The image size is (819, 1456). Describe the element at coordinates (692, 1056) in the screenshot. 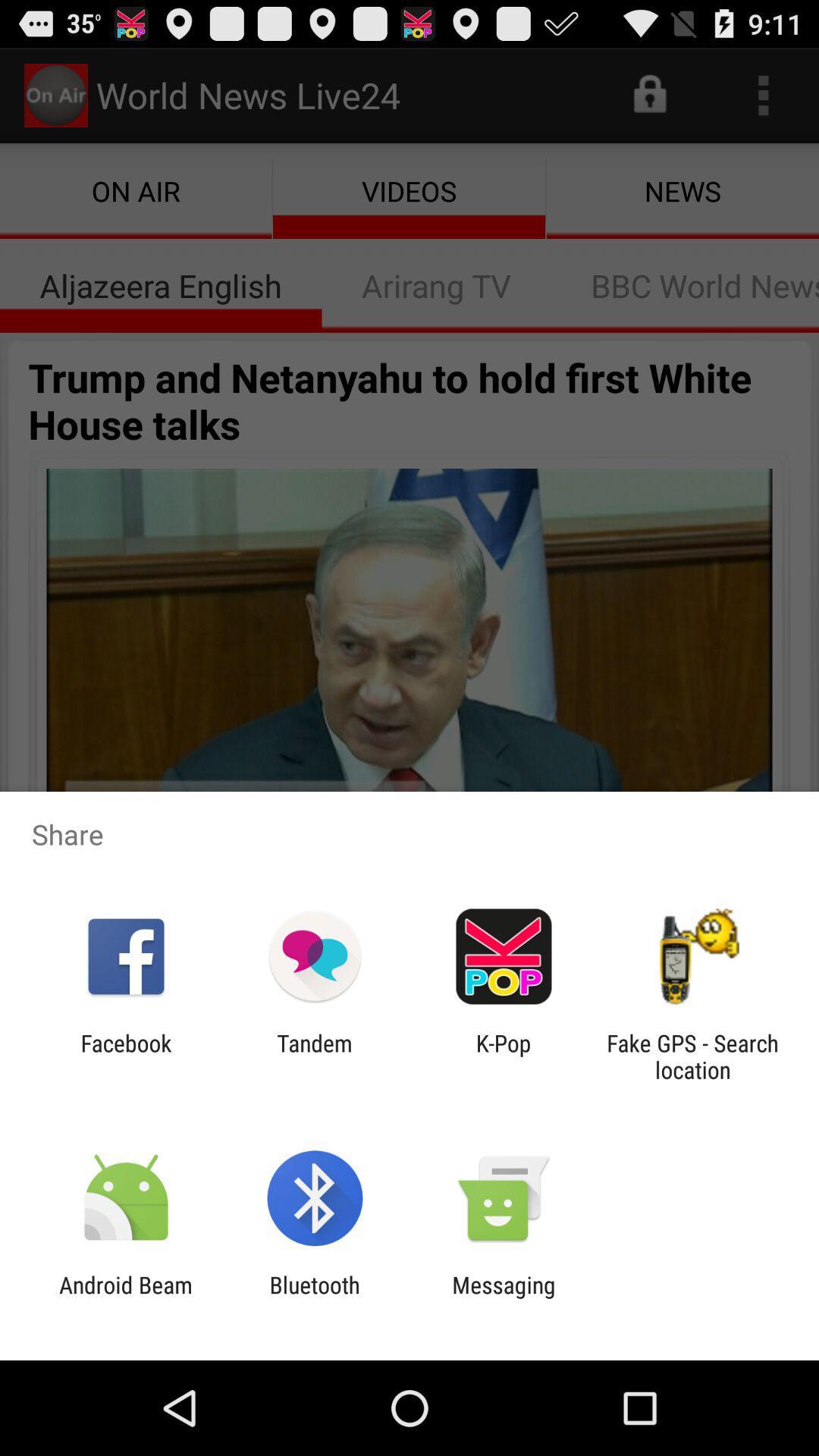

I see `fake gps search item` at that location.